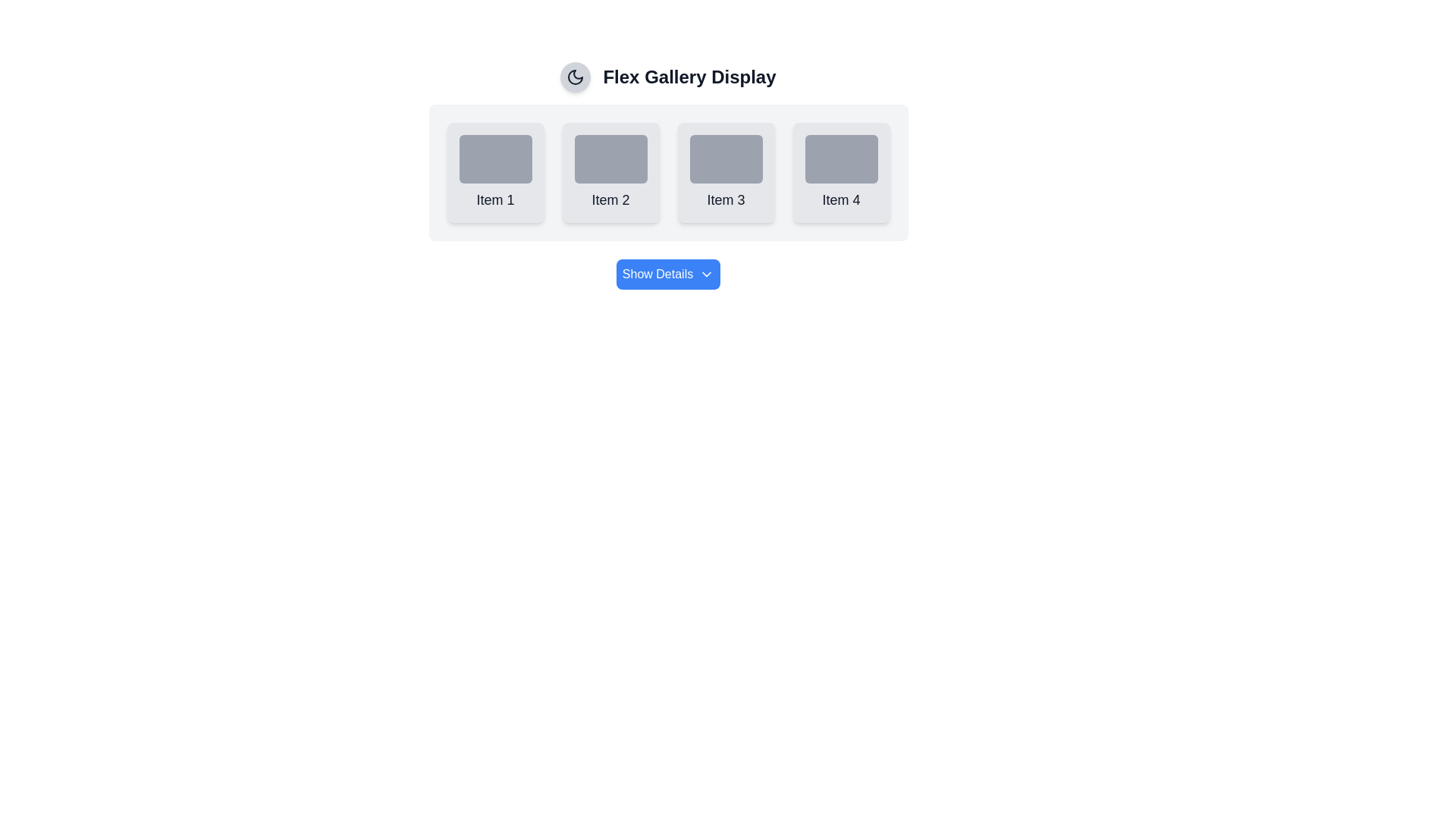 The image size is (1456, 819). Describe the element at coordinates (840, 199) in the screenshot. I see `text content of the text label displaying 'Item 4', which is part of the fourth card in a horizontally aligned series of four cards` at that location.